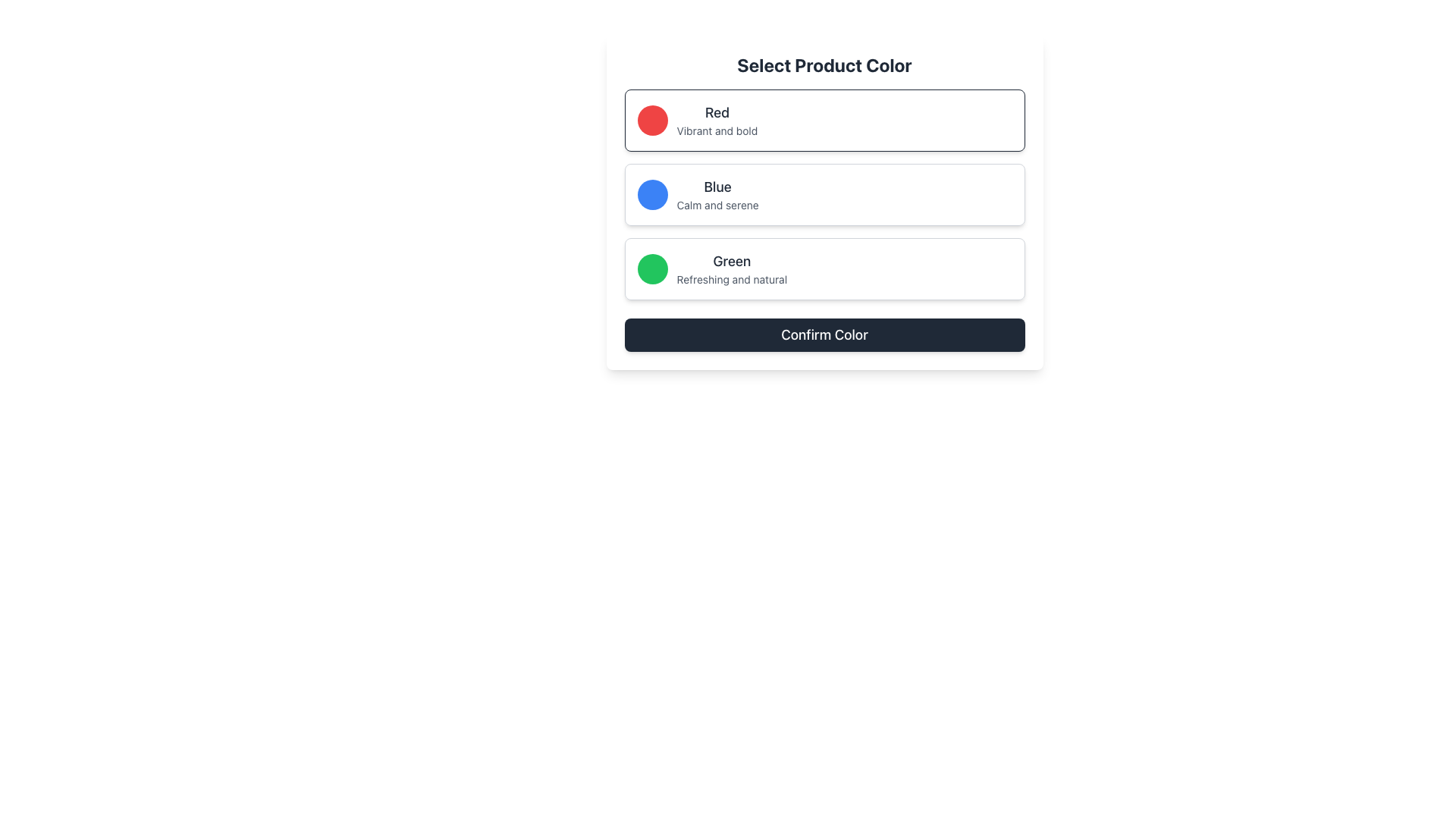 The width and height of the screenshot is (1456, 819). I want to click on the text label styled in bold, larger font that displays the word 'Green', located centrally within the green-colored selection box, which is the third item in a list of color options, so click(732, 260).